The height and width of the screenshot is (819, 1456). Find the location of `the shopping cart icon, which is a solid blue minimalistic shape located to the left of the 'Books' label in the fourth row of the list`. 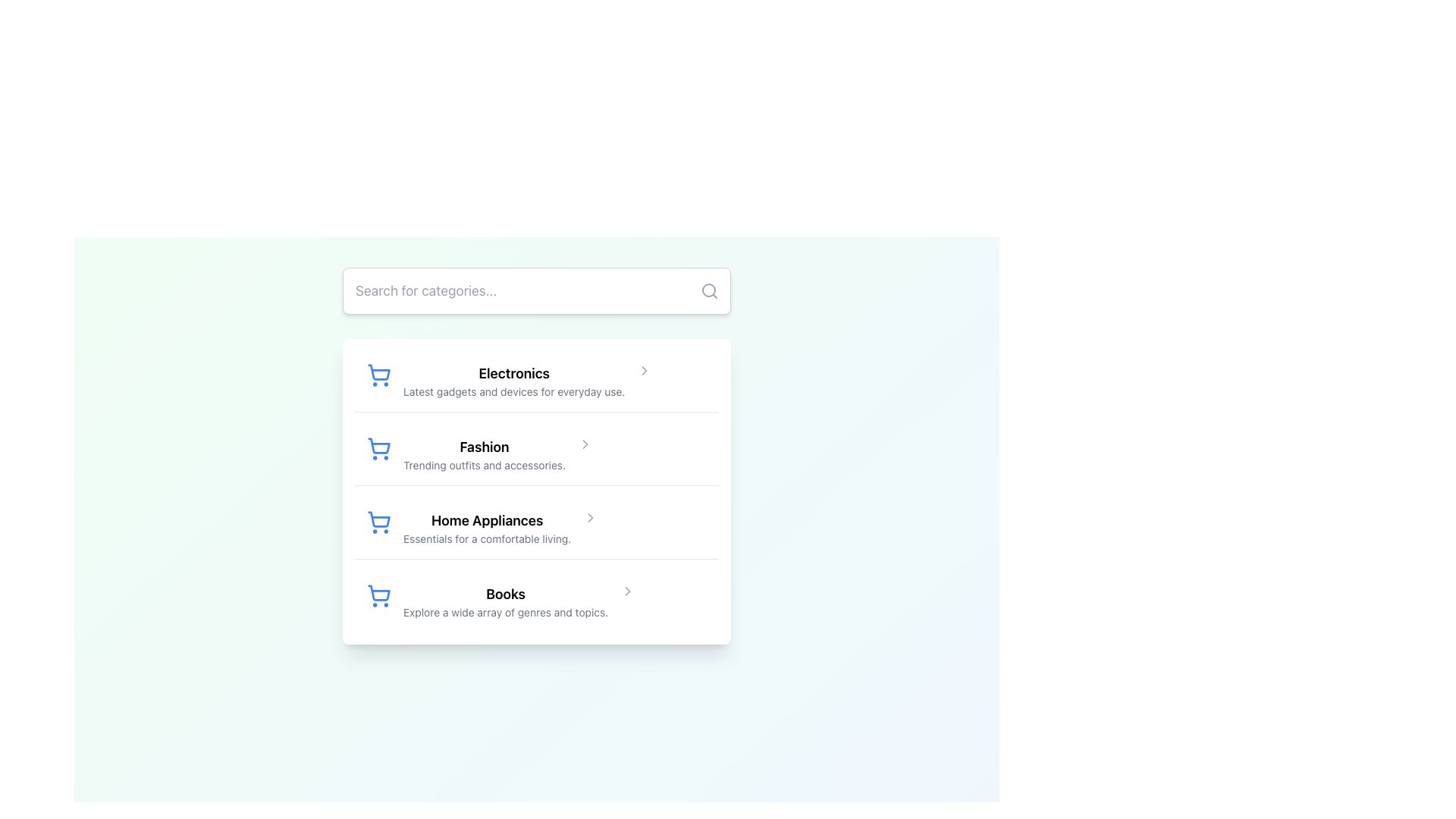

the shopping cart icon, which is a solid blue minimalistic shape located to the left of the 'Books' label in the fourth row of the list is located at coordinates (379, 592).